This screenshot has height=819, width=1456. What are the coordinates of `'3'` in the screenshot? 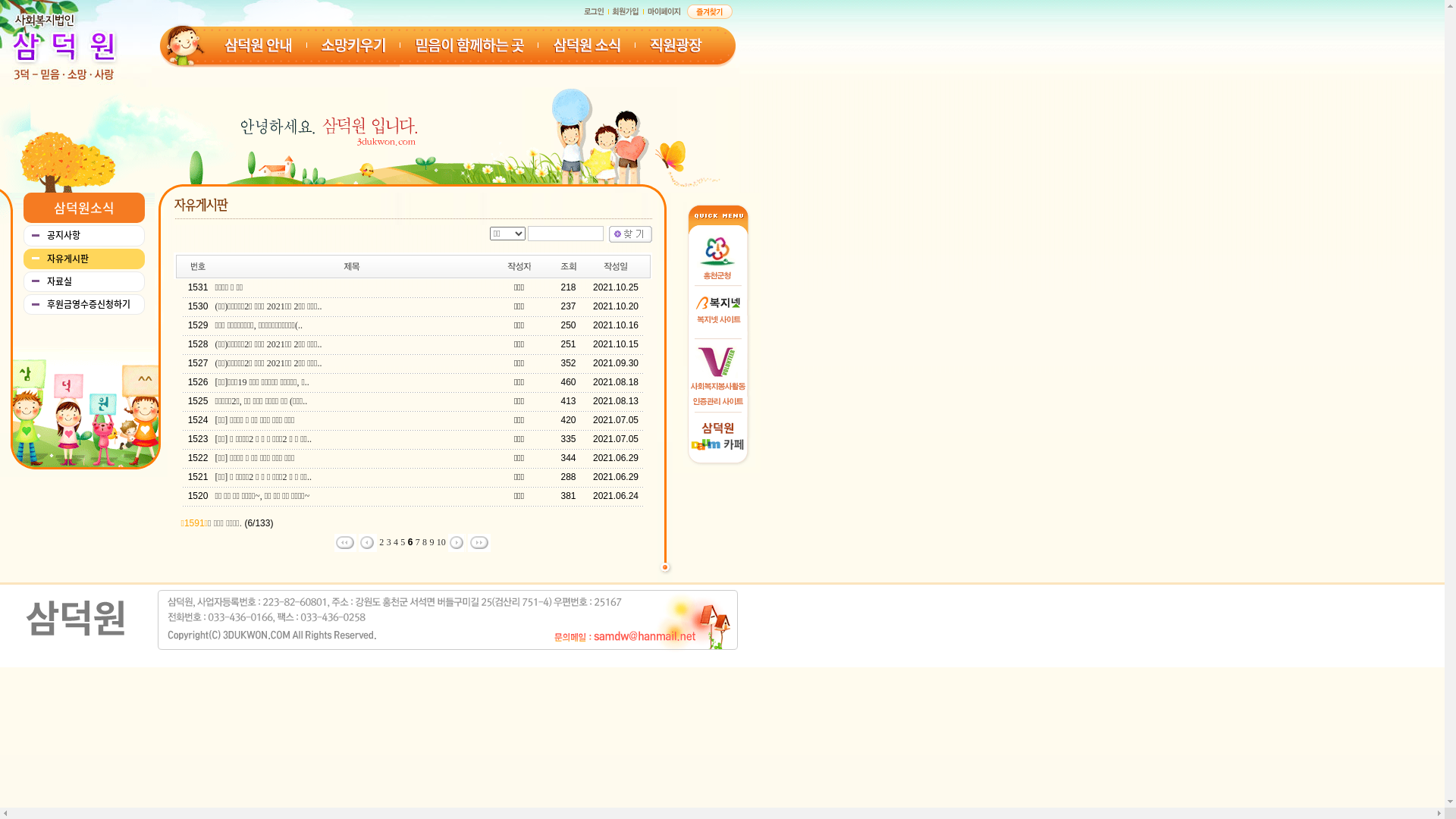 It's located at (389, 541).